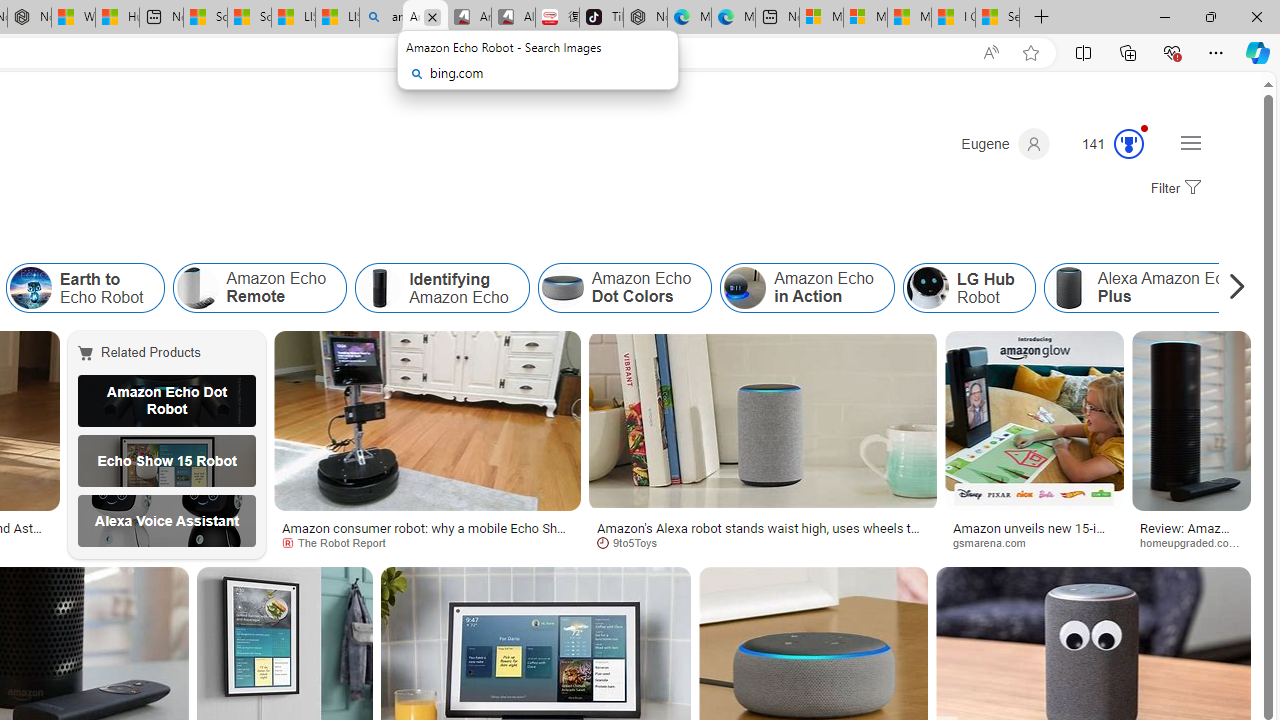 Image resolution: width=1280 pixels, height=720 pixels. Describe the element at coordinates (1034, 542) in the screenshot. I see `'gsmarena.com'` at that location.